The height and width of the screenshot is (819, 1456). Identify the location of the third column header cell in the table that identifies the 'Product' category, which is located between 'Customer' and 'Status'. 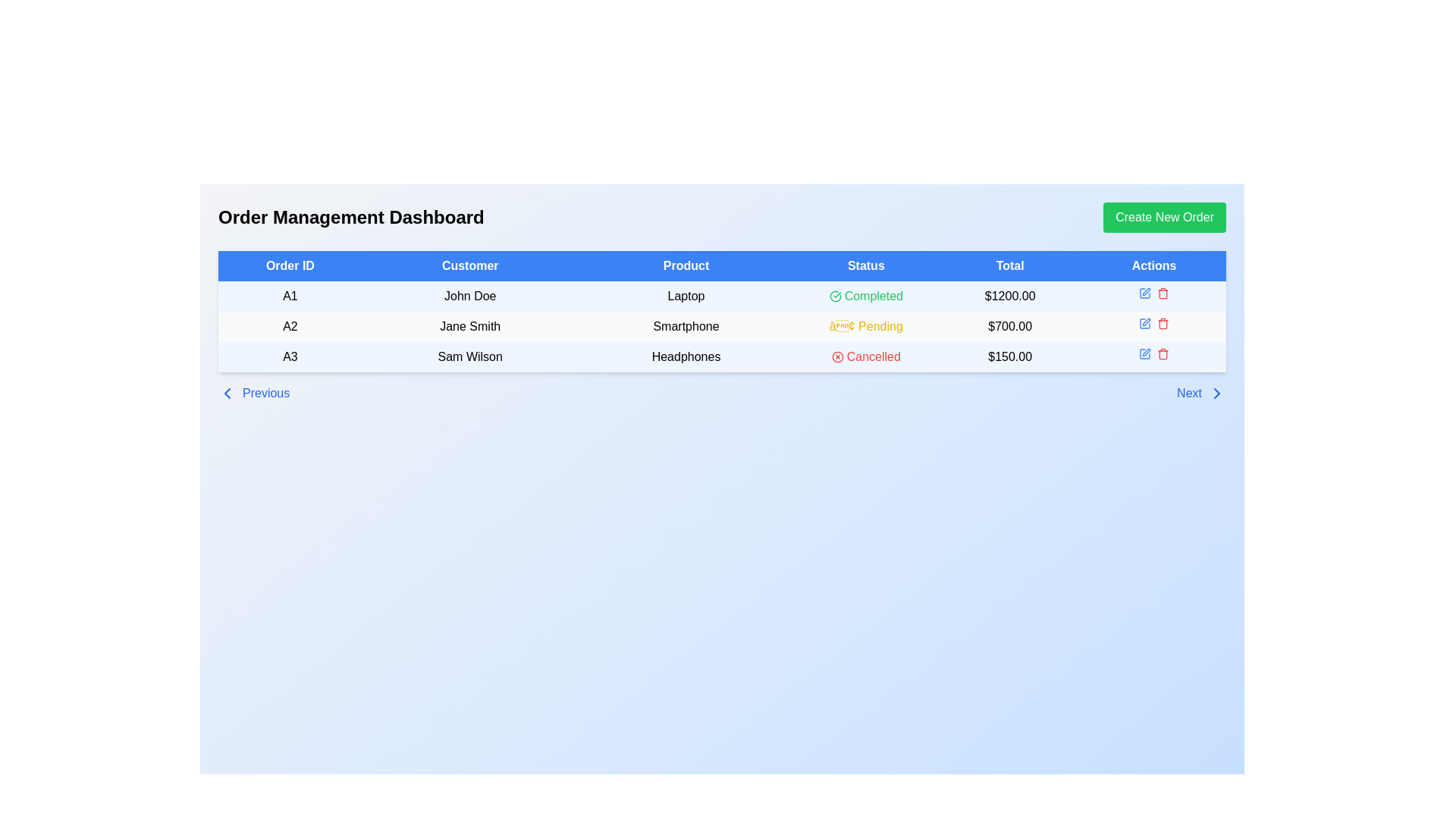
(686, 265).